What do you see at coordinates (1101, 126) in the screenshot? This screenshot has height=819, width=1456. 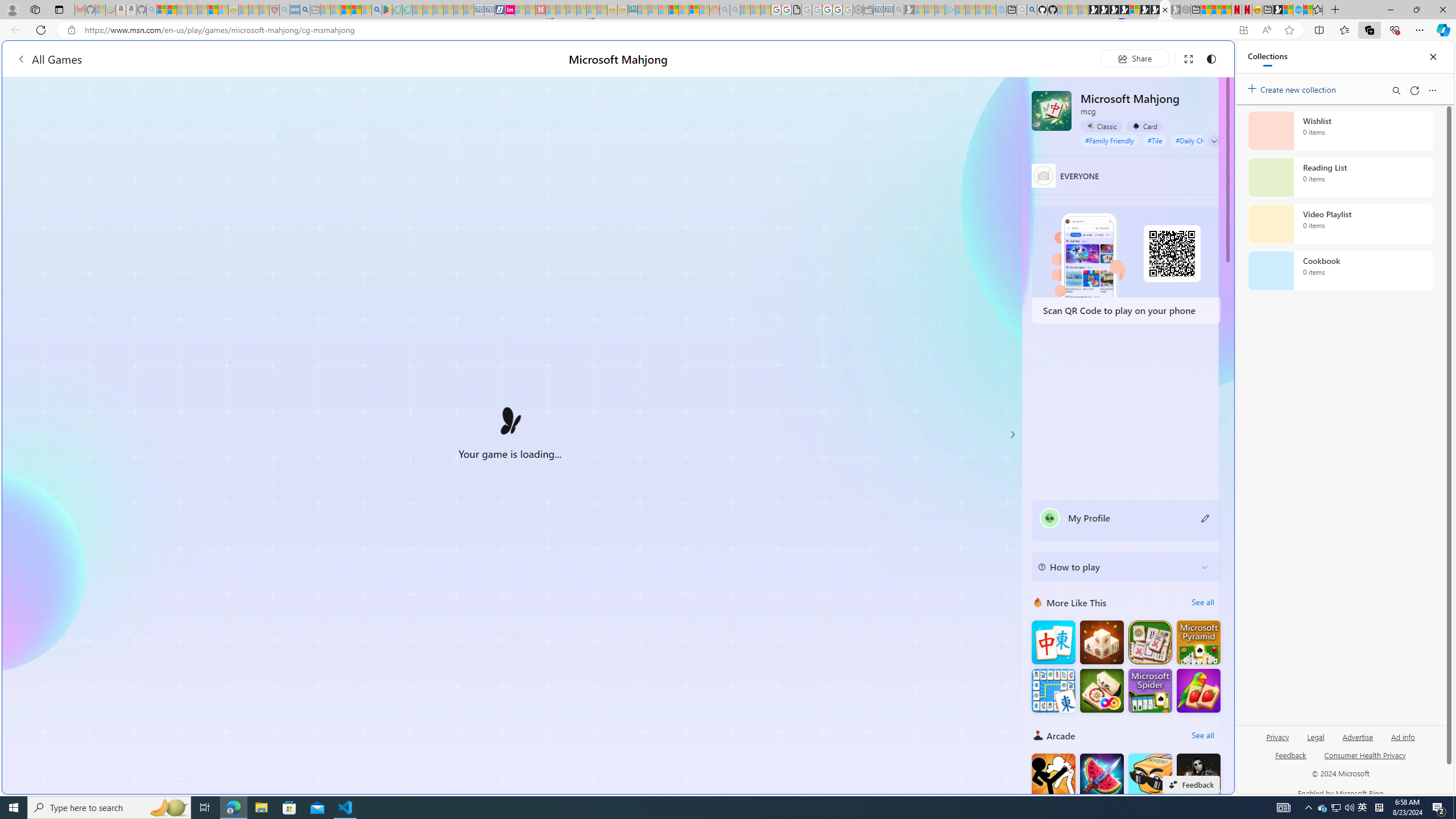 I see `'Classic'` at bounding box center [1101, 126].